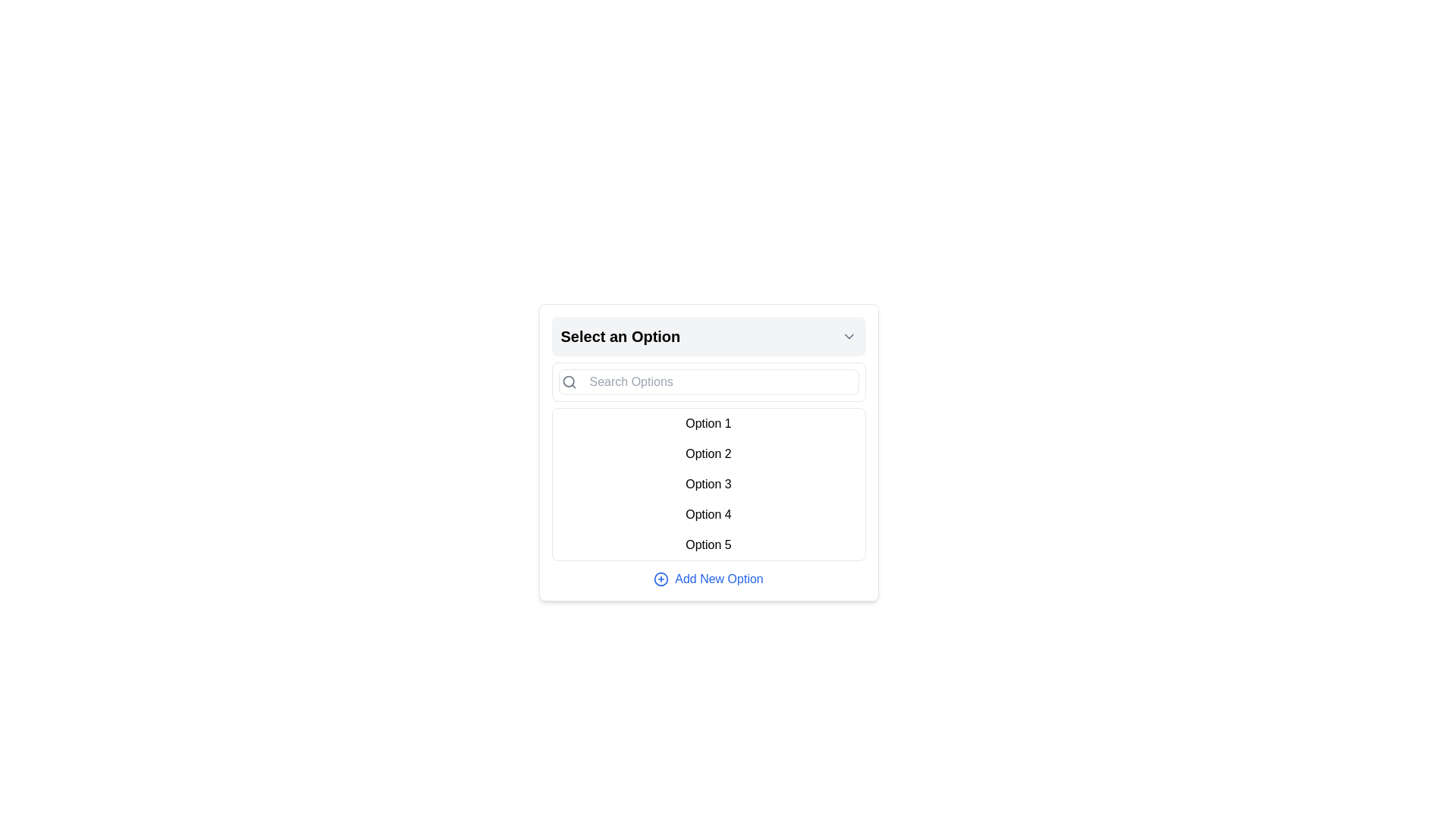 The image size is (1456, 819). Describe the element at coordinates (708, 513) in the screenshot. I see `the fourth item in the selectable list` at that location.